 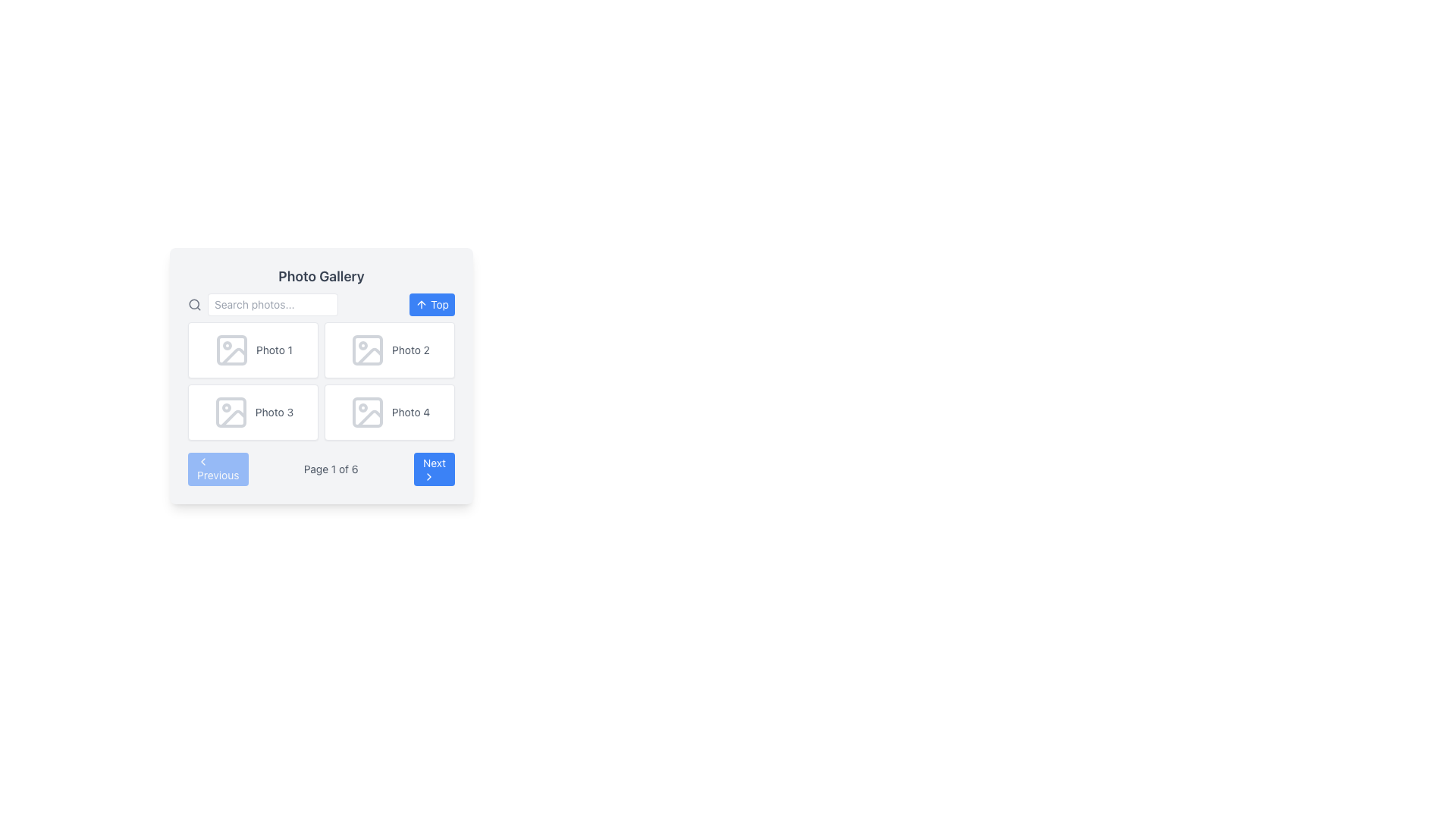 I want to click on the 'Next' button containing the chevron-right icon to proceed to the next page, so click(x=428, y=475).